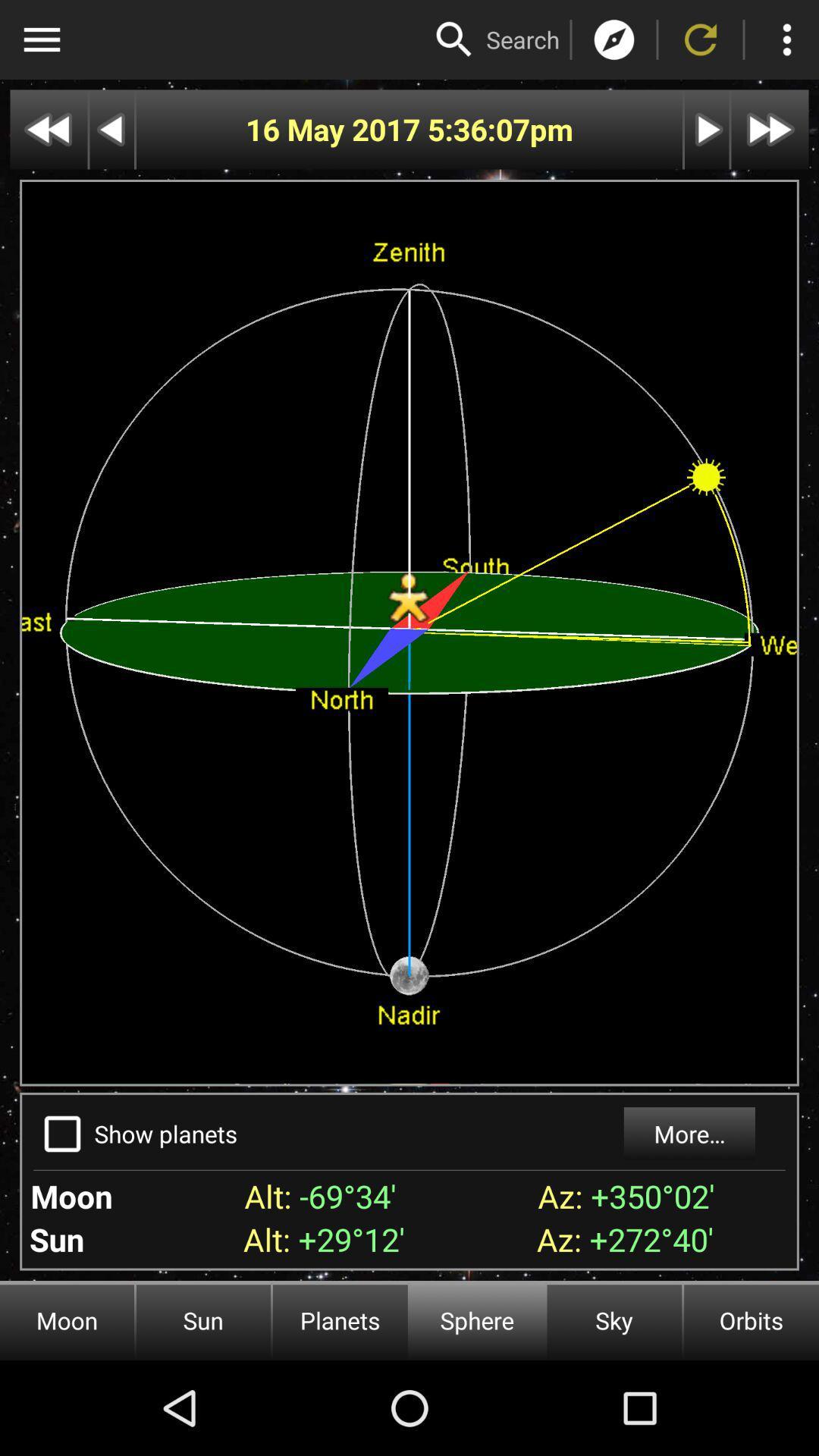 Image resolution: width=819 pixels, height=1456 pixels. Describe the element at coordinates (111, 130) in the screenshot. I see `predecessor` at that location.